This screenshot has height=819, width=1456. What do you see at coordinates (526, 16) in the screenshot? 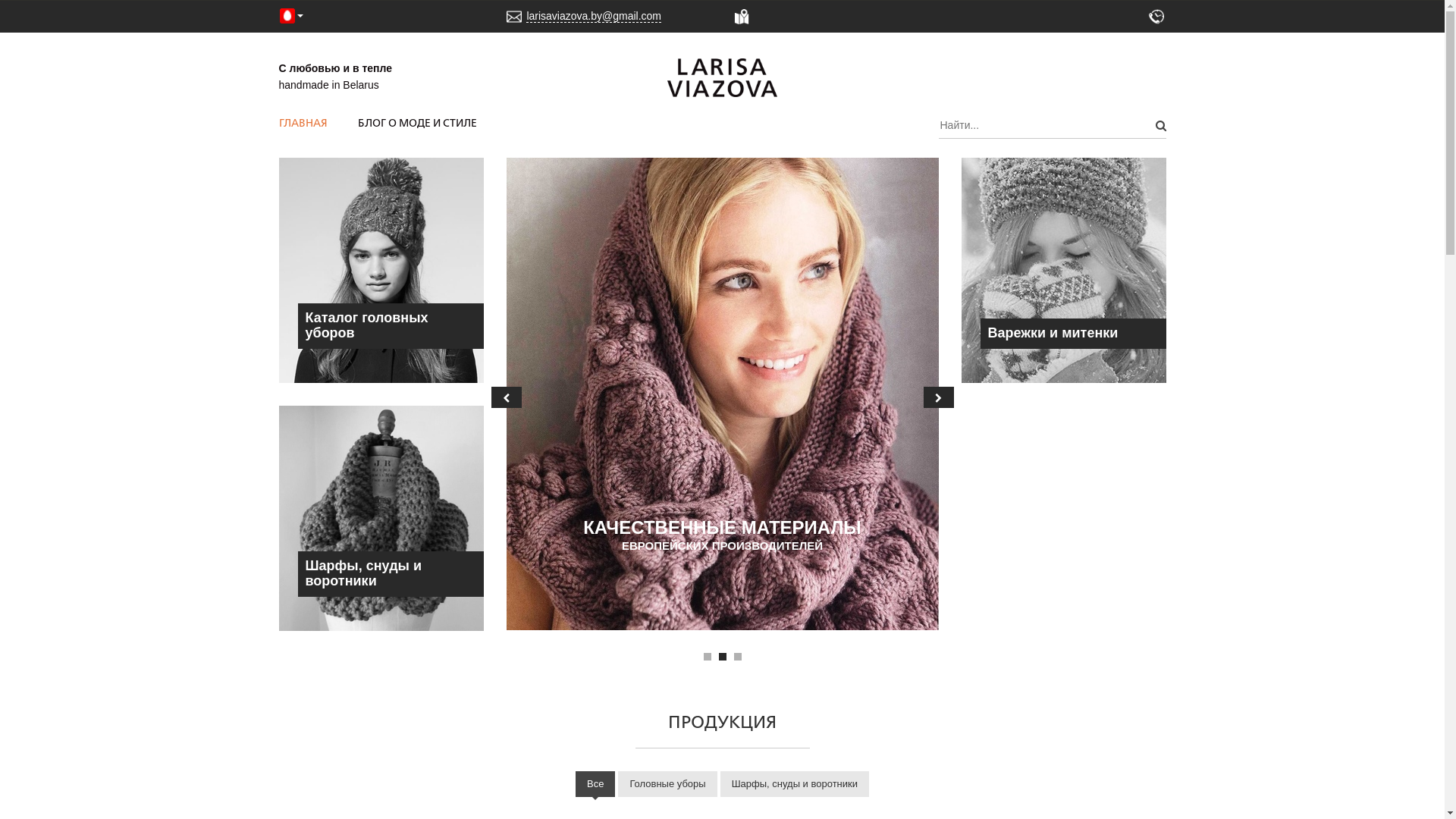
I see `'larisaviazova.by@gmail.com'` at bounding box center [526, 16].